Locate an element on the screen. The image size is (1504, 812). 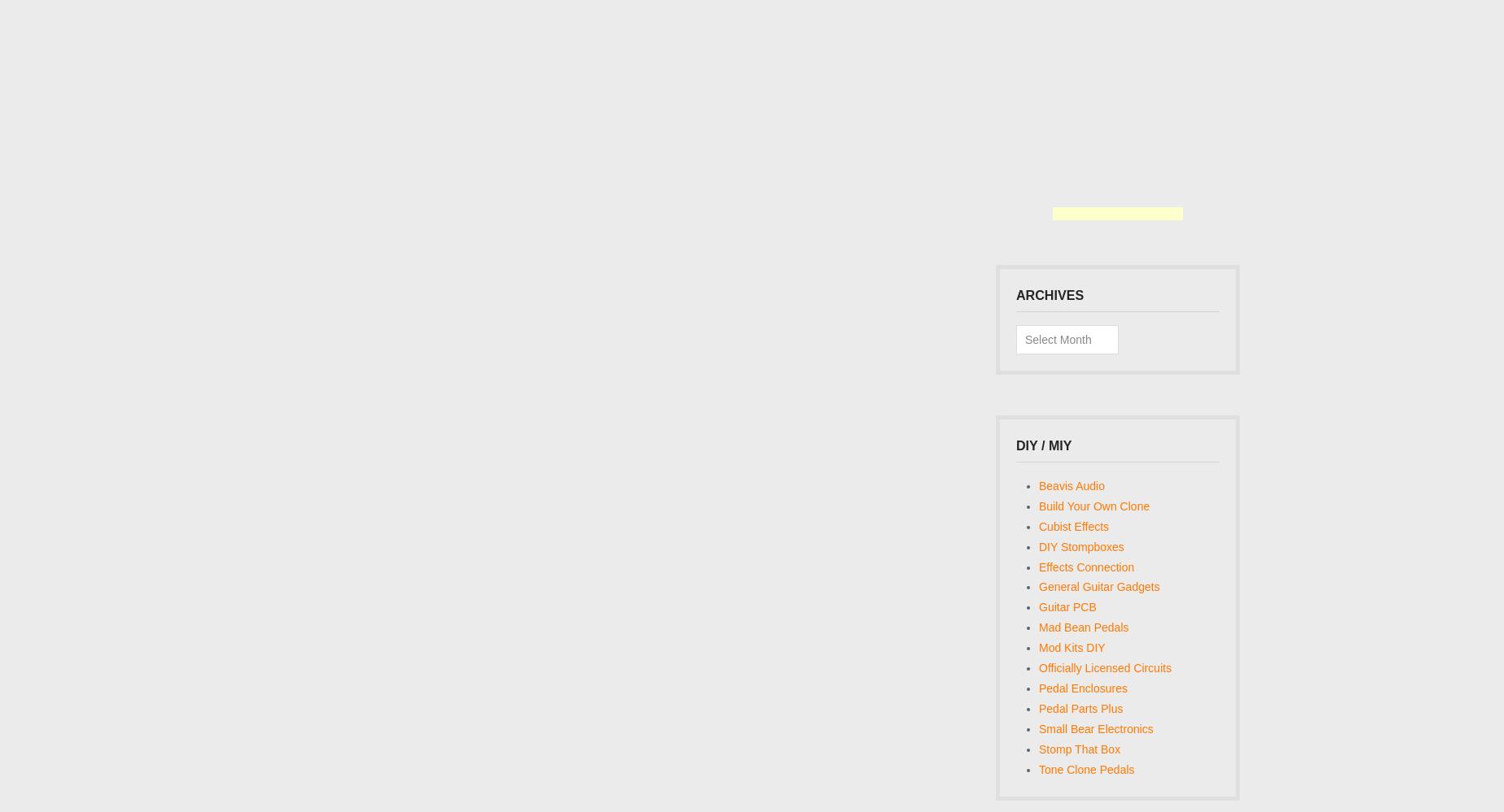
'Pedal Enclosures' is located at coordinates (1082, 687).